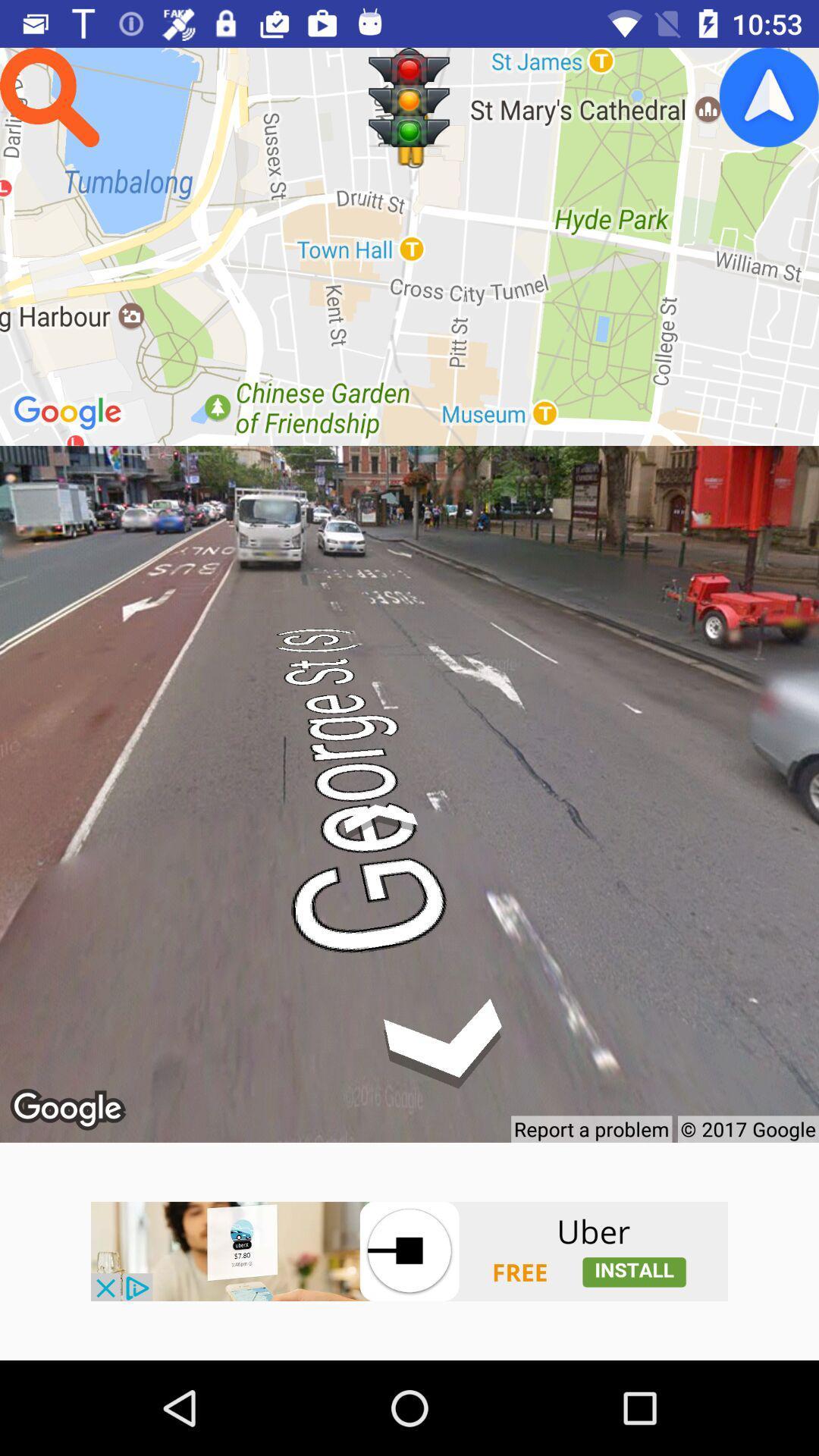 The image size is (819, 1456). I want to click on search option, so click(49, 96).